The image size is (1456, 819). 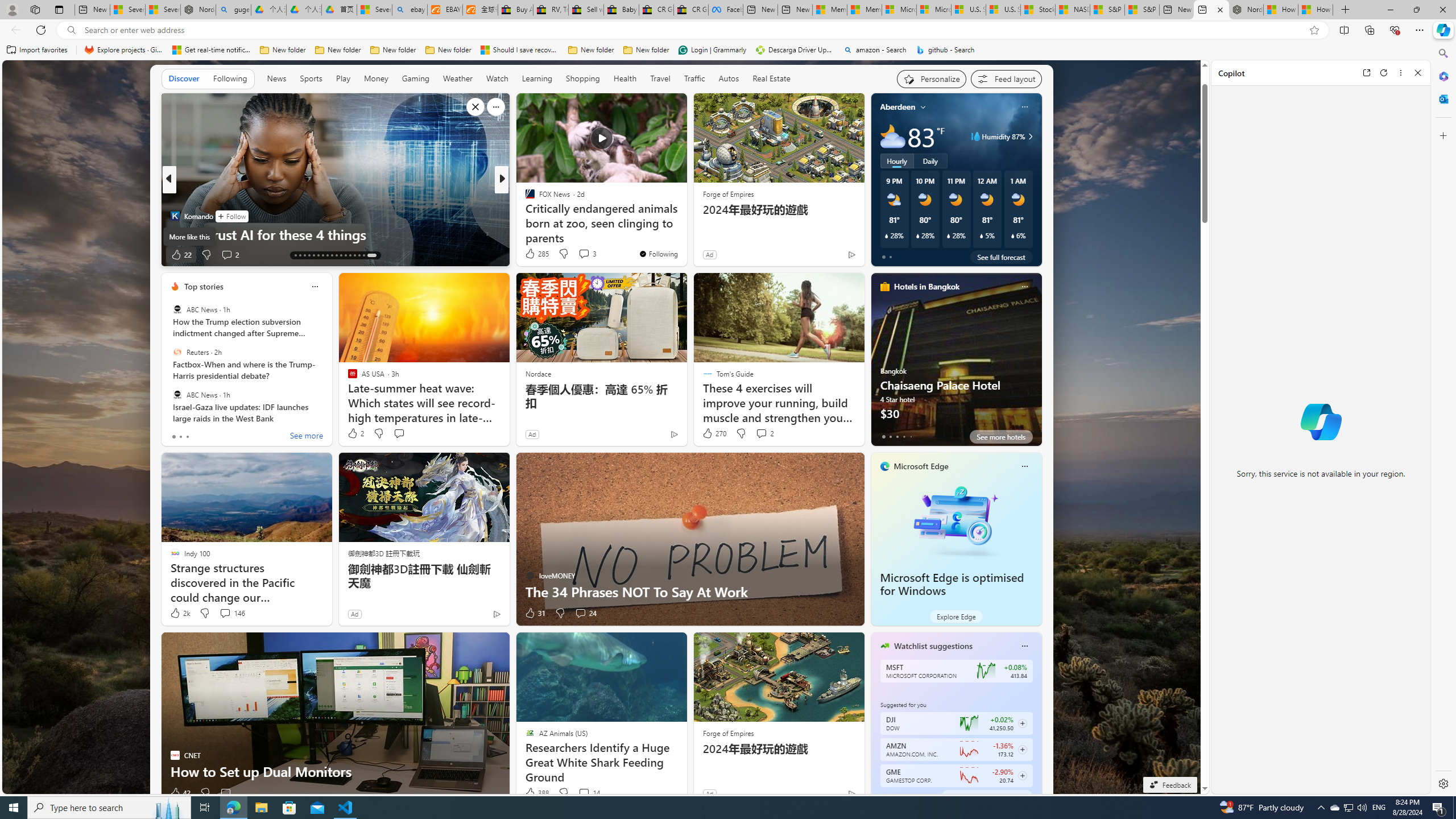 What do you see at coordinates (795, 49) in the screenshot?
I see `'Descarga Driver Updater'` at bounding box center [795, 49].